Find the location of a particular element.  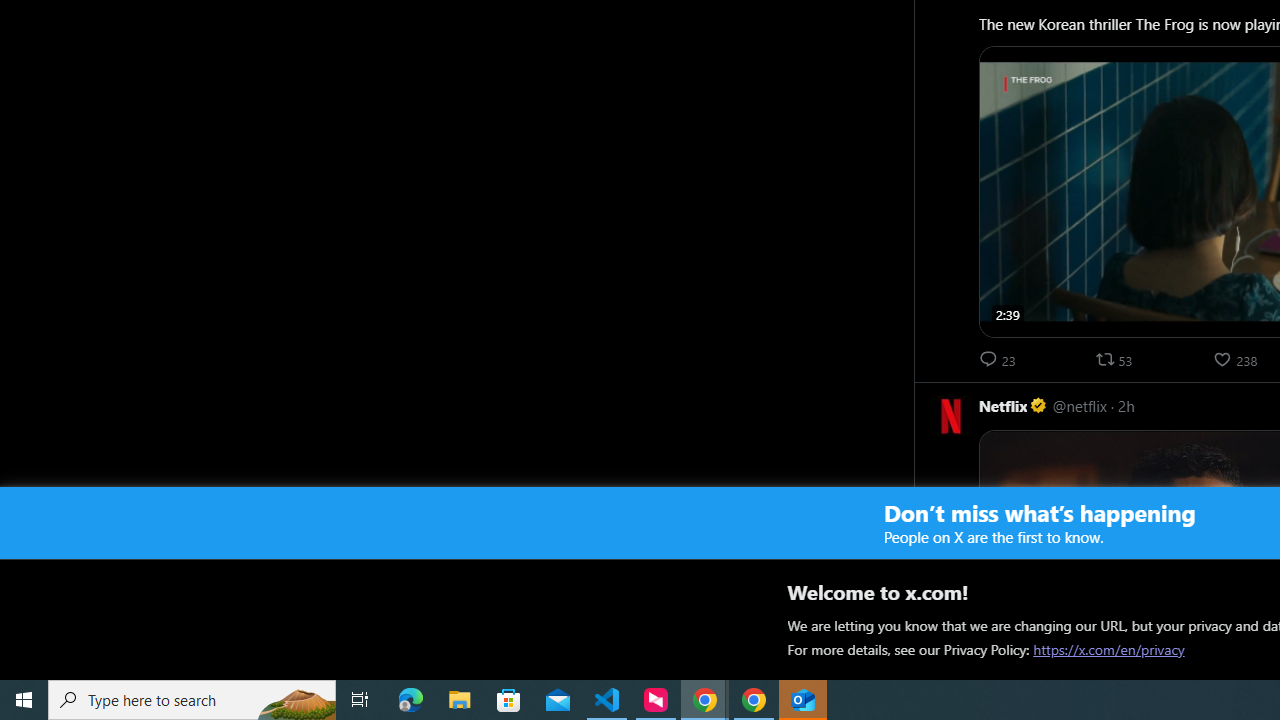

'53 reposts. Repost' is located at coordinates (1115, 358).